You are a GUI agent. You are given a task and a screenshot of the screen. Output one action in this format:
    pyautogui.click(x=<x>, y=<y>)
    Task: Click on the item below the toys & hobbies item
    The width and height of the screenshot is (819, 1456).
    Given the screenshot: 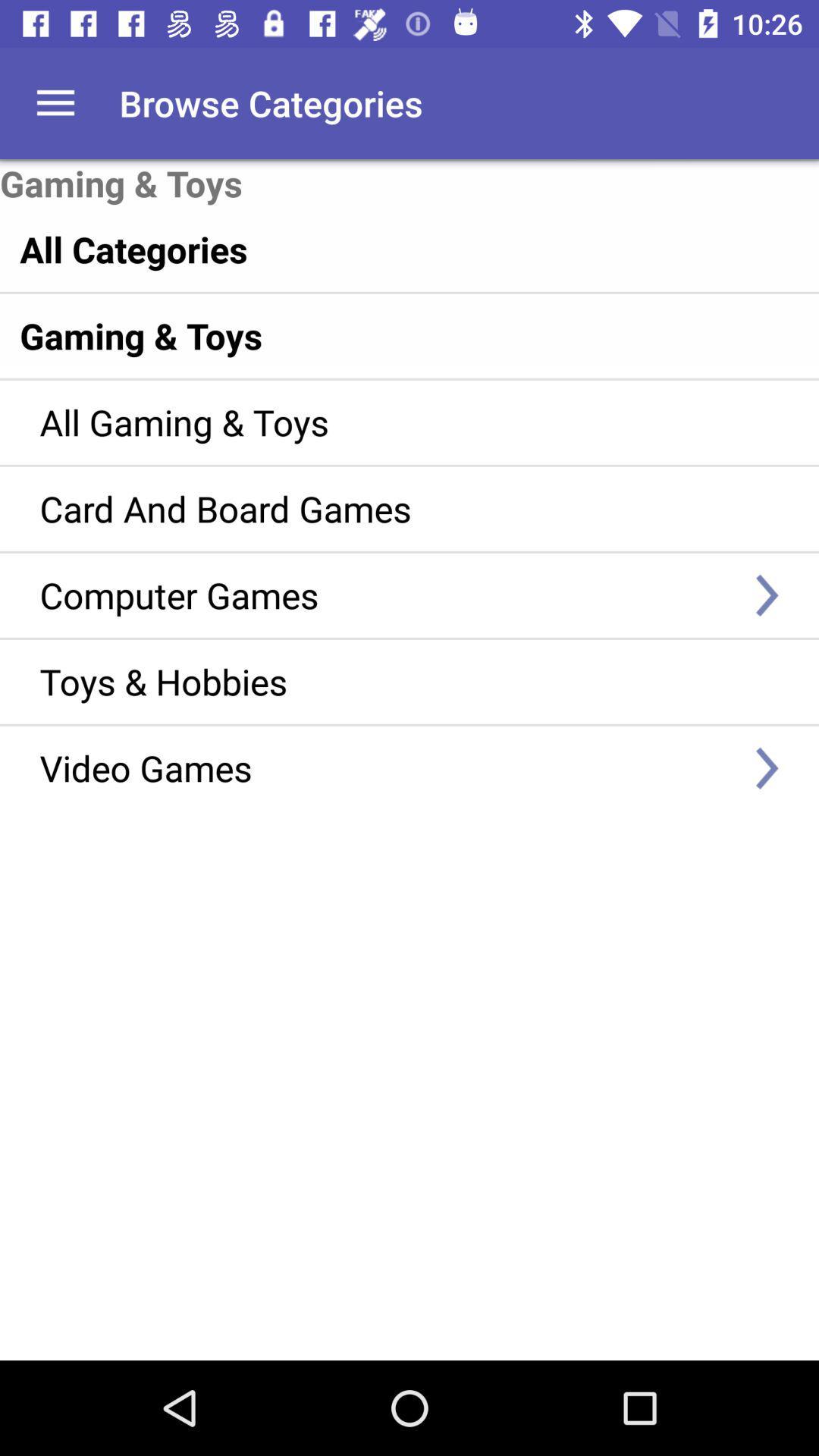 What is the action you would take?
    pyautogui.click(x=387, y=767)
    